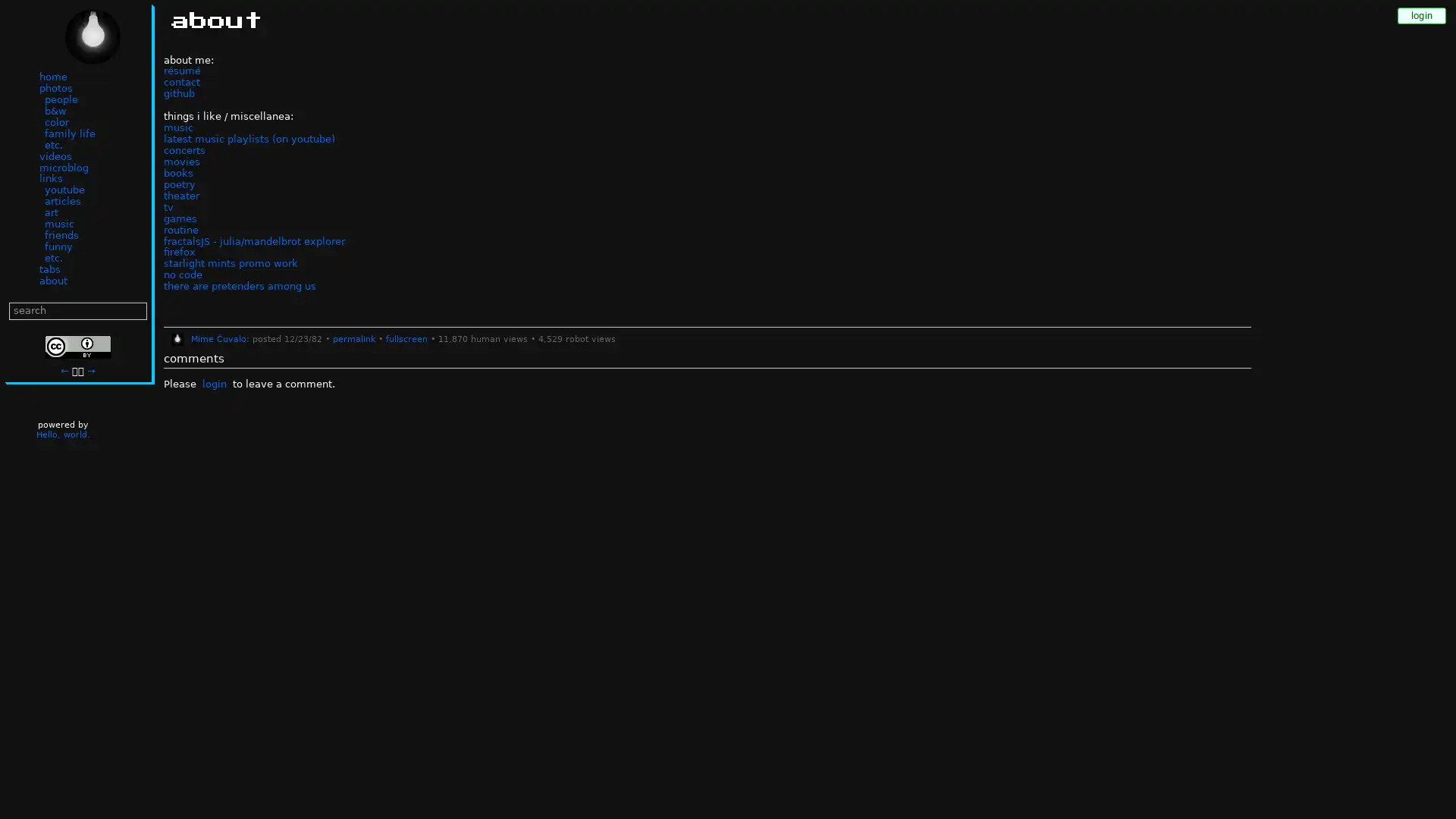 This screenshot has height=819, width=1456. What do you see at coordinates (406, 338) in the screenshot?
I see `fullscreen` at bounding box center [406, 338].